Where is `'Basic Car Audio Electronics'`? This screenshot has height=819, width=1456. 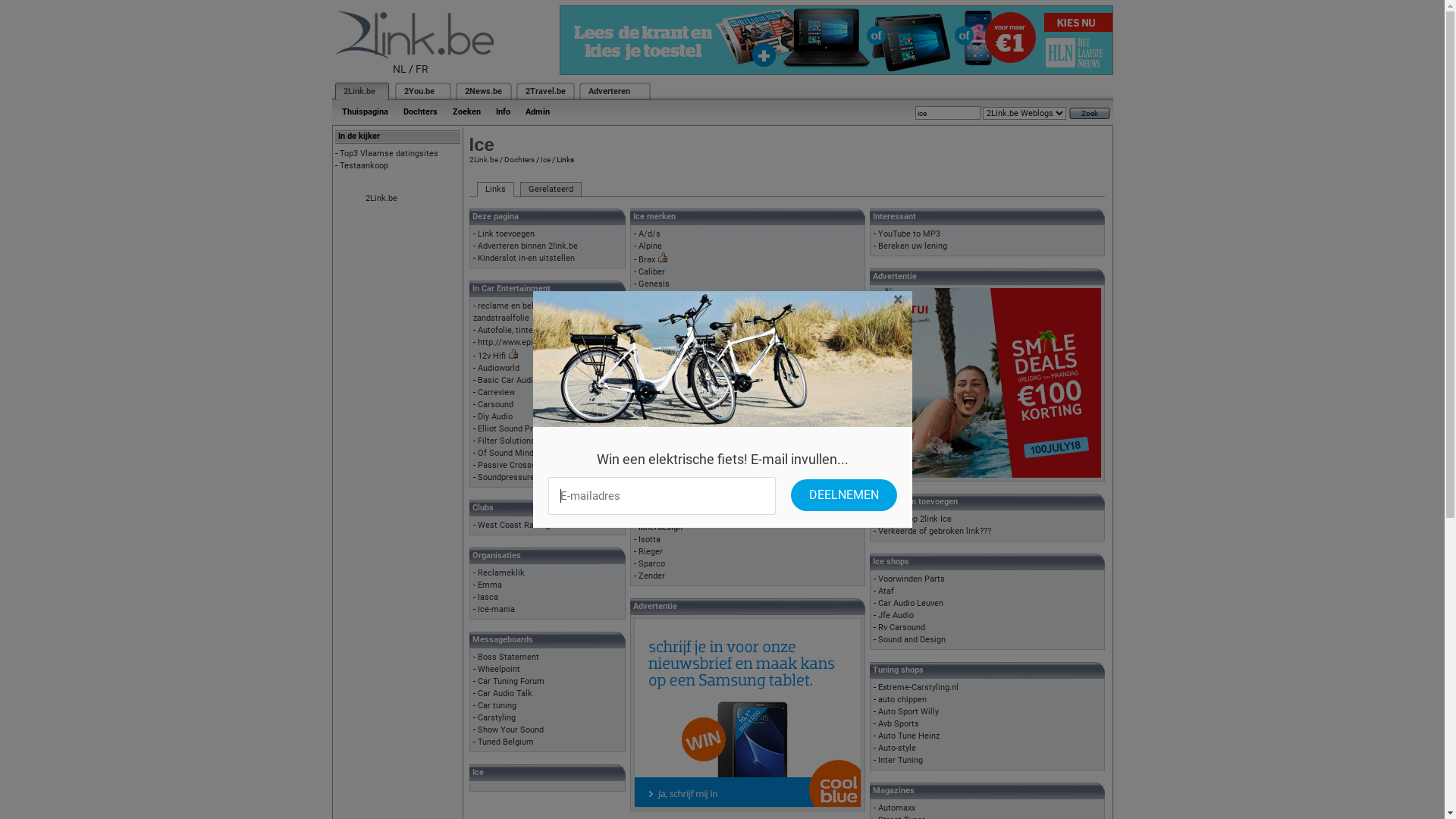 'Basic Car Audio Electronics' is located at coordinates (476, 379).